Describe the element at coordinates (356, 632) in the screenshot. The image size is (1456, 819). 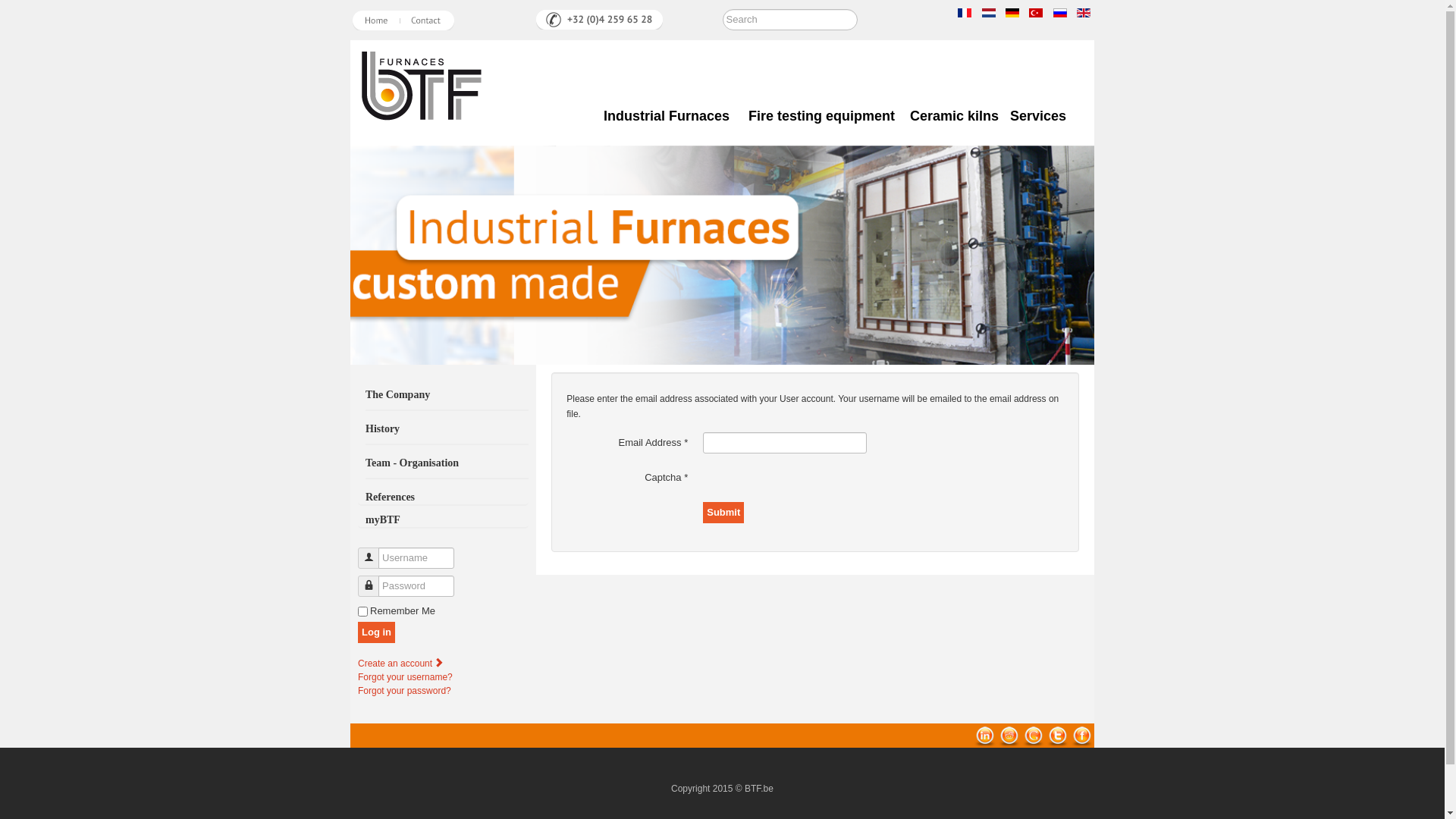
I see `'Log in'` at that location.